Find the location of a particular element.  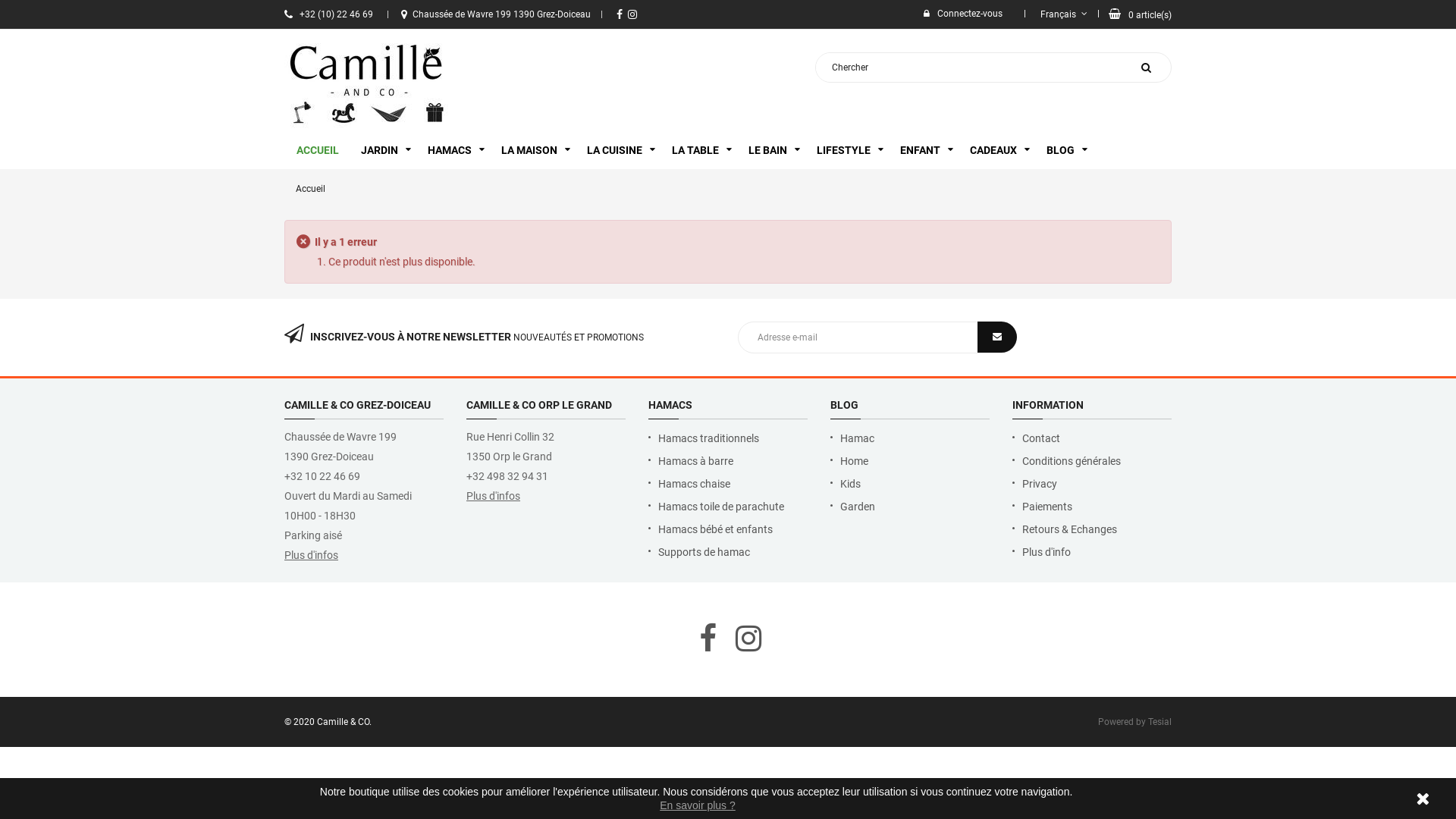

'Plus d'infos' is located at coordinates (310, 555).